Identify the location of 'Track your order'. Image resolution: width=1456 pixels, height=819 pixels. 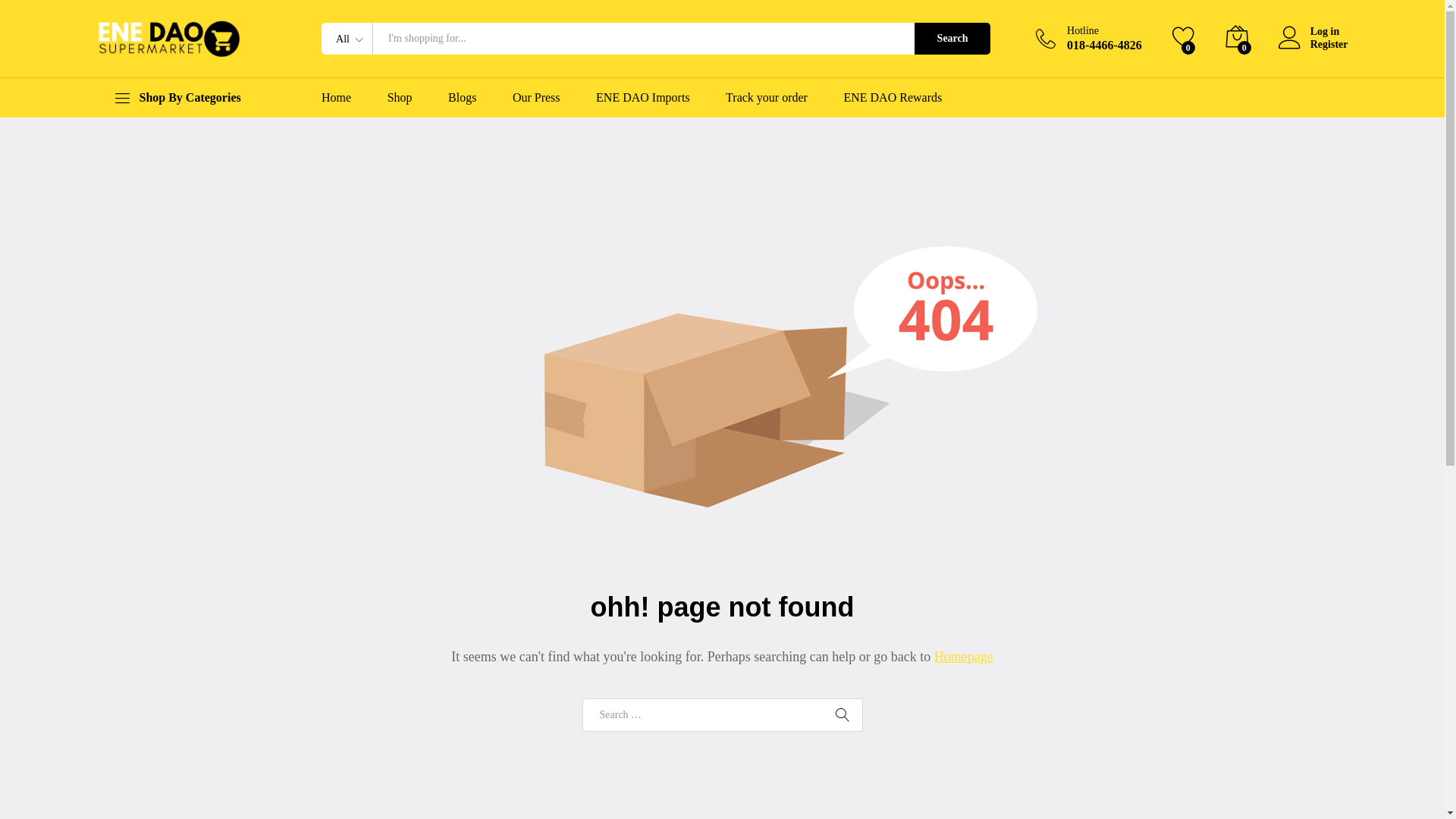
(767, 97).